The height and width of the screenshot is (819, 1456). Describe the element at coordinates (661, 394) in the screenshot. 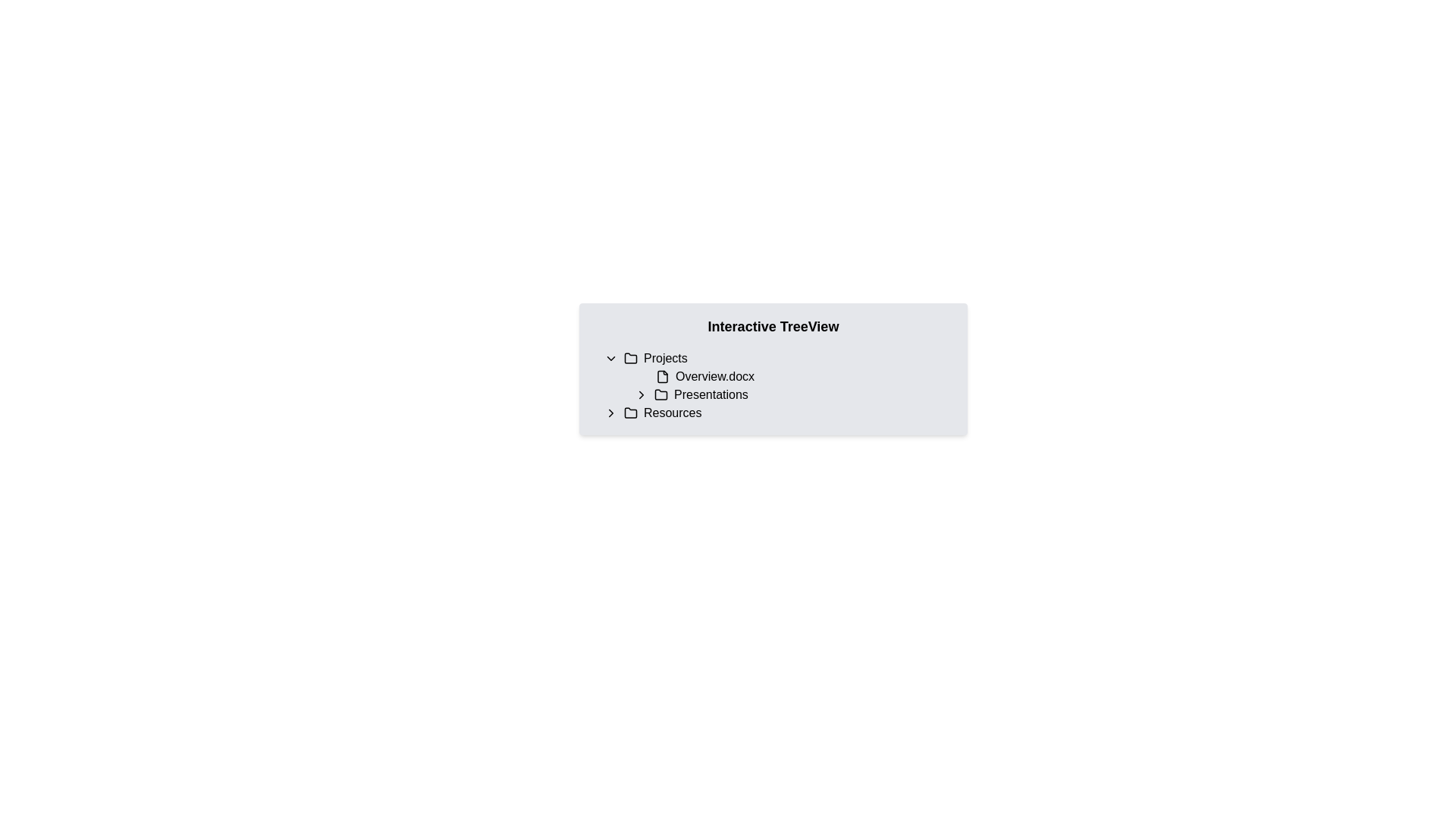

I see `the small folder icon located to the left of the label 'Presentations' in the horizontal arrangement of icons` at that location.